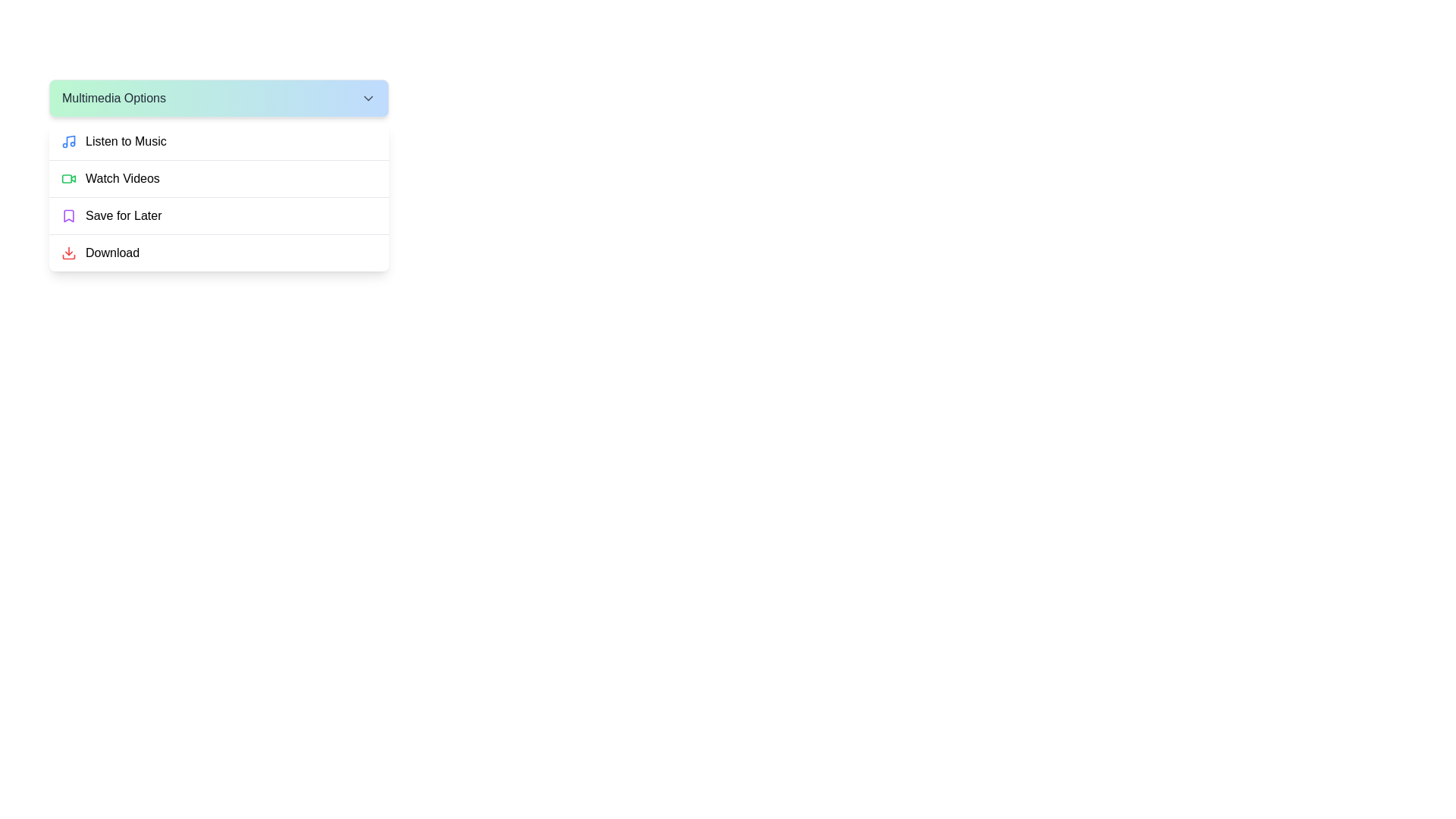 This screenshot has width=1456, height=819. Describe the element at coordinates (218, 252) in the screenshot. I see `the 'Download' button-like list item, which is the fourth item in the vertical list under 'Multimedia Options'` at that location.